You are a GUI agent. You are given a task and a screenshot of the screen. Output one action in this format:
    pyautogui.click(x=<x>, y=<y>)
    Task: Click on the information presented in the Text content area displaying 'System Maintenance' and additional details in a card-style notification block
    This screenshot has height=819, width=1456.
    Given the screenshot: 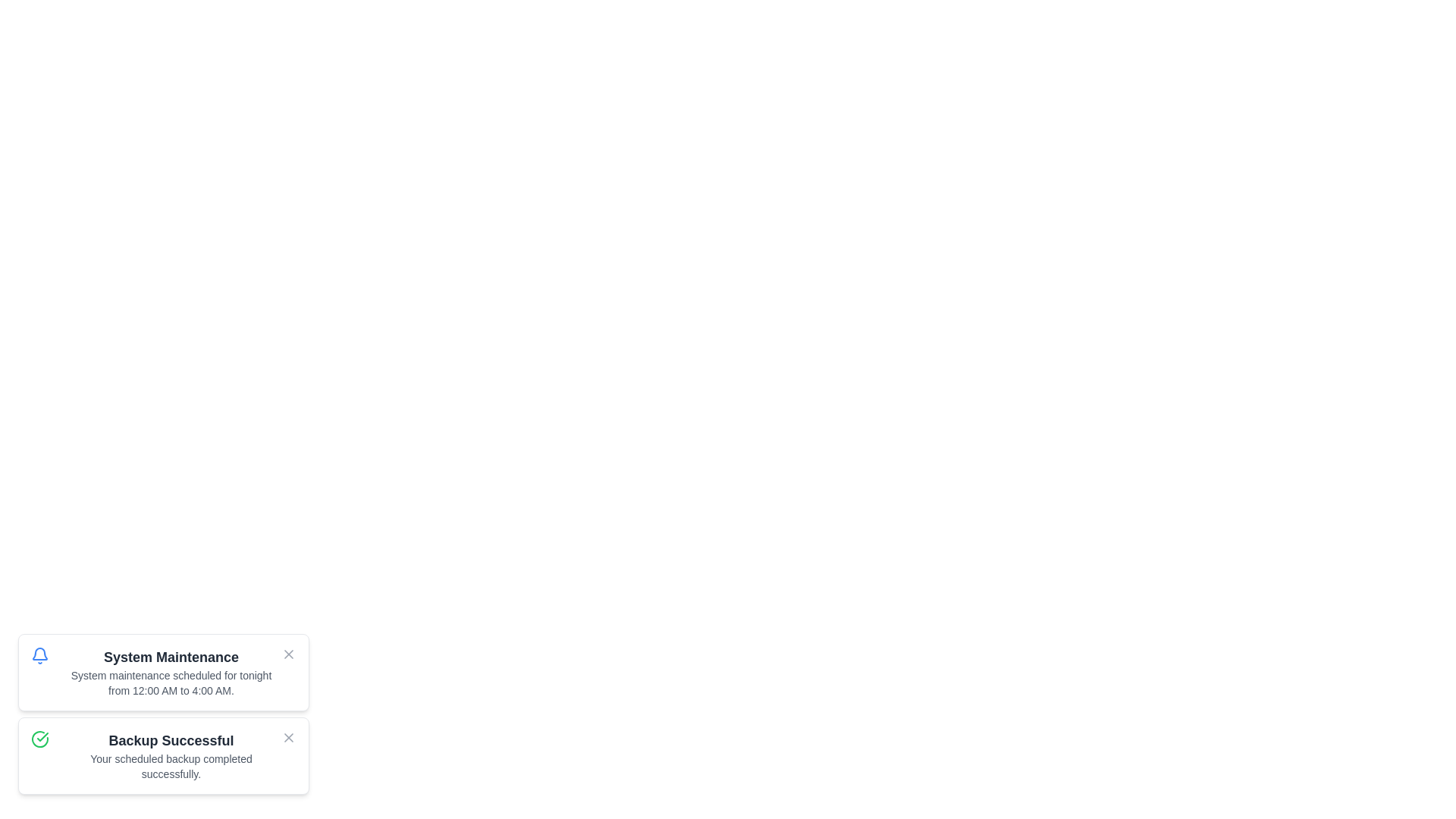 What is the action you would take?
    pyautogui.click(x=171, y=672)
    